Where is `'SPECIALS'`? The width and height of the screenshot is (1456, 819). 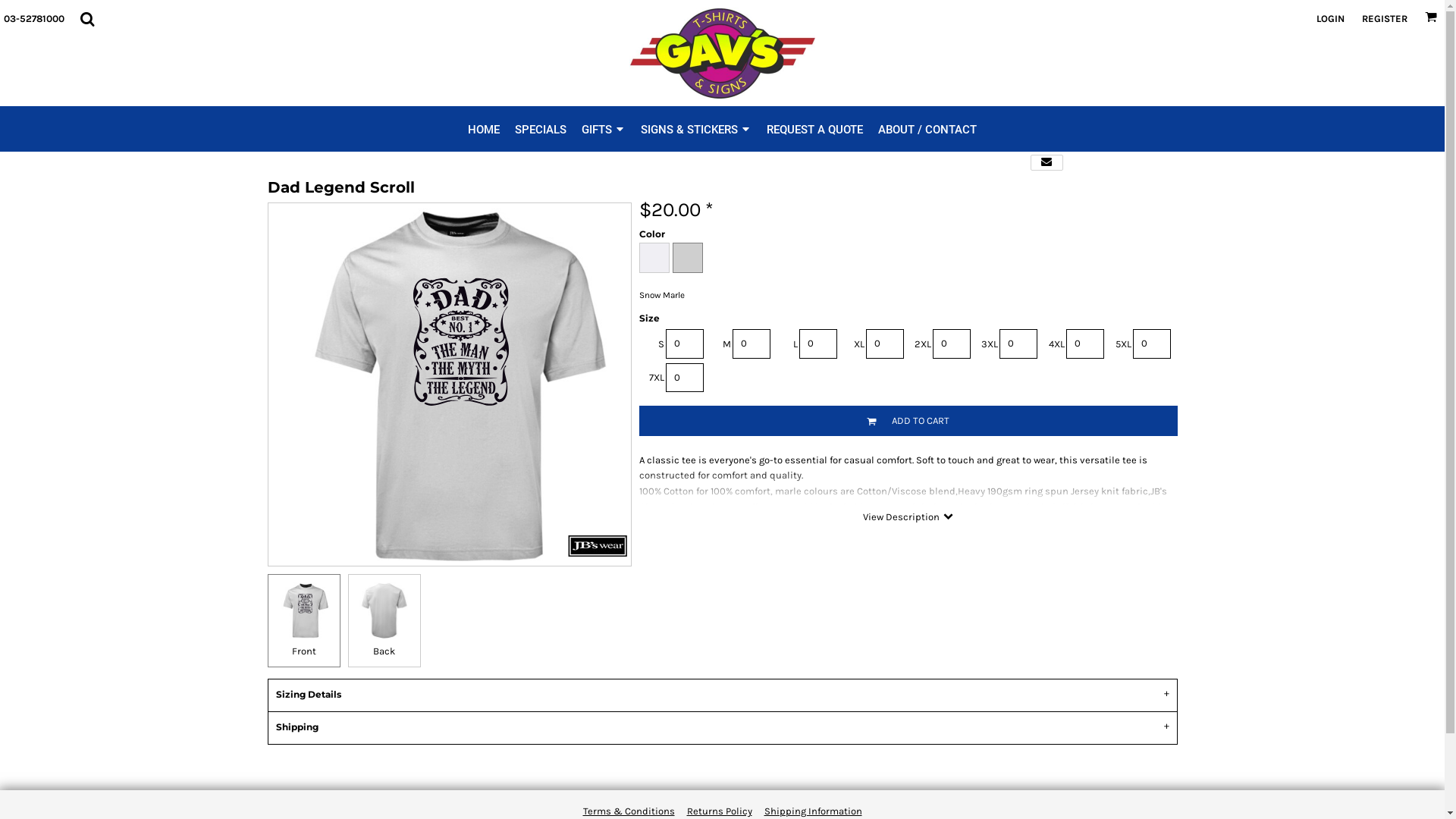 'SPECIALS' is located at coordinates (541, 127).